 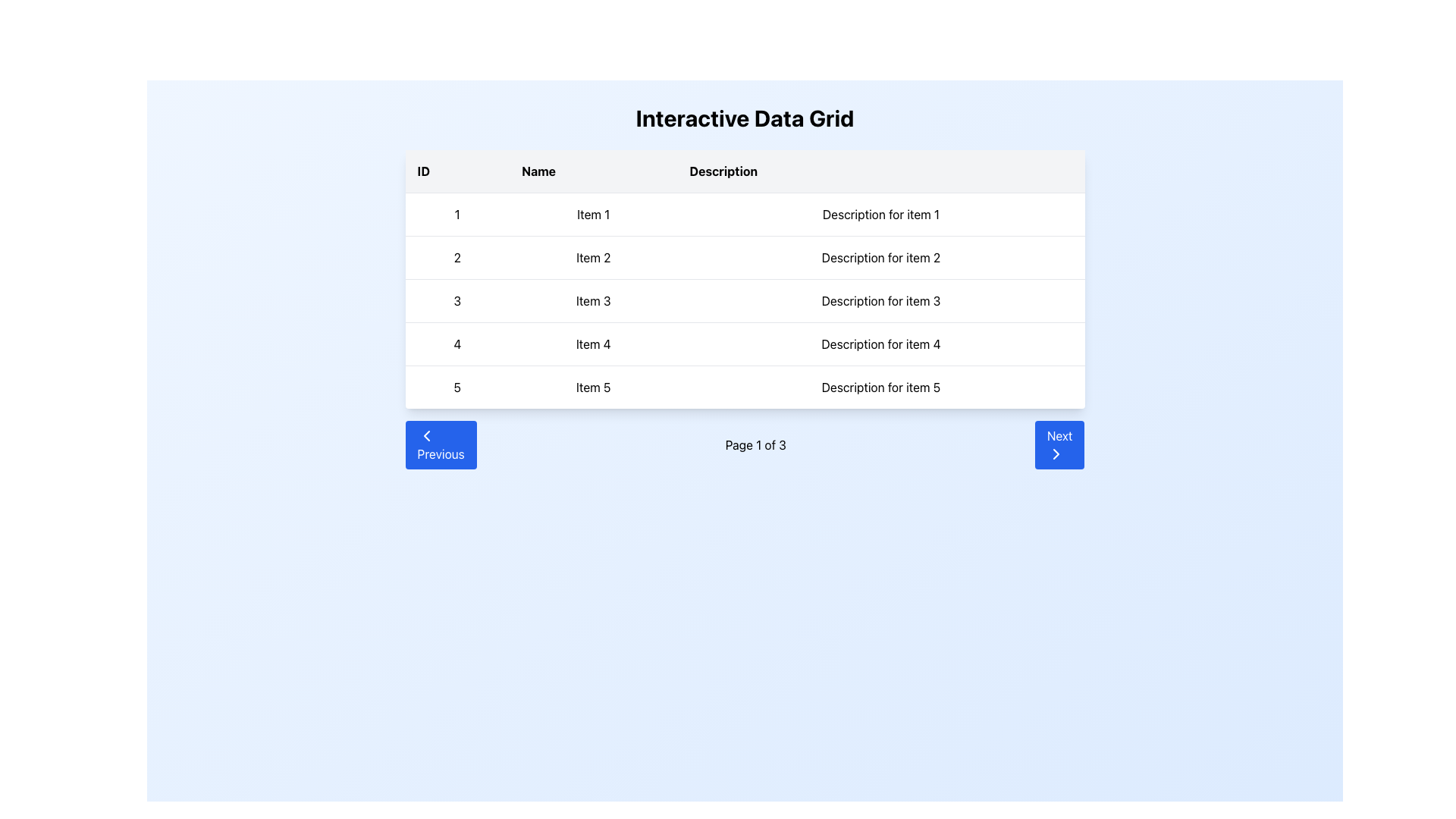 What do you see at coordinates (745, 386) in the screenshot?
I see `the fifth row of the data grid, which displays ID '5', Name 'Item 5', and Description 'Description for item 5'` at bounding box center [745, 386].